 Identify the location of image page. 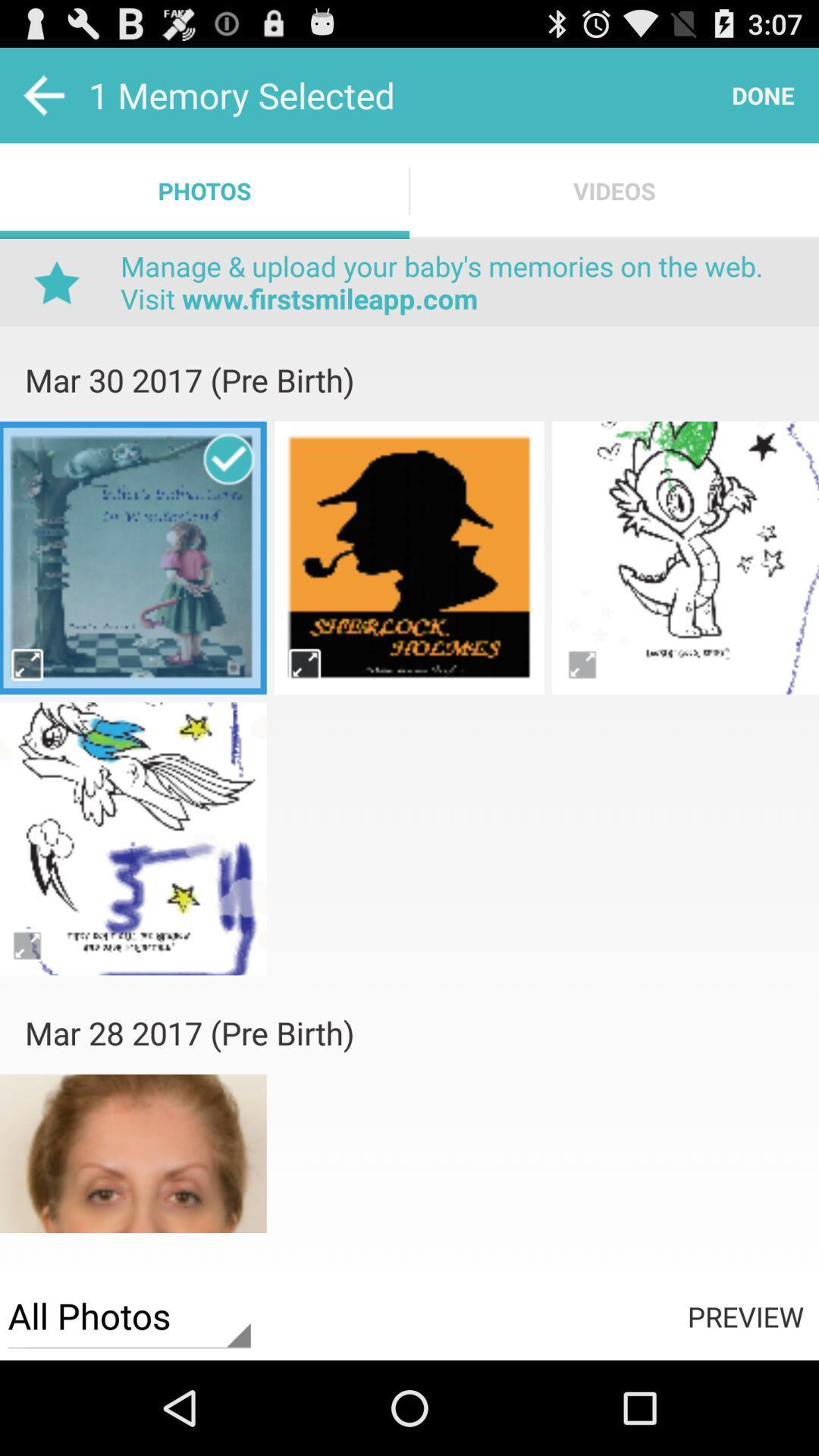
(132, 1169).